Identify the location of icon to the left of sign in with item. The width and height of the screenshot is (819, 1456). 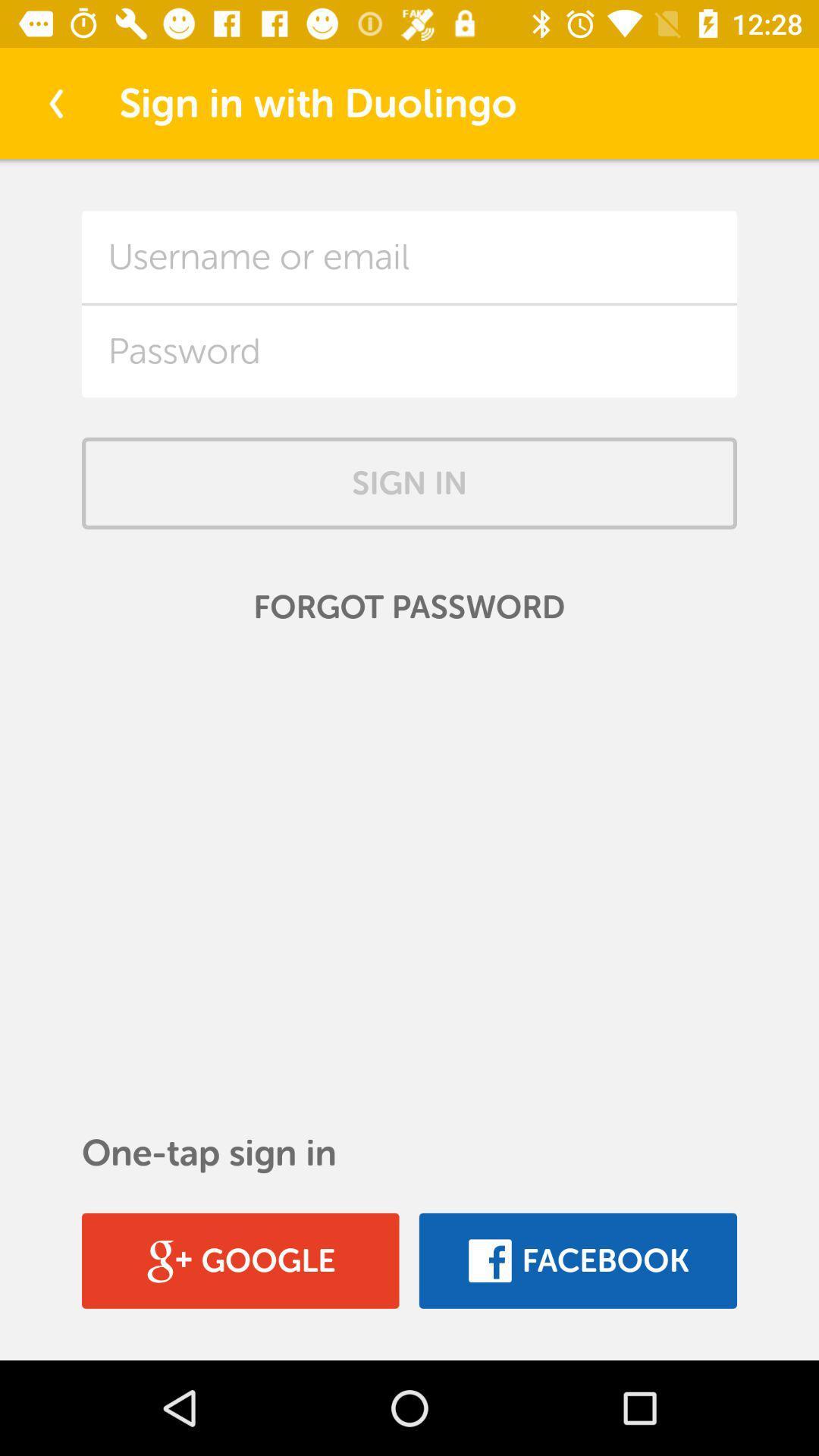
(55, 102).